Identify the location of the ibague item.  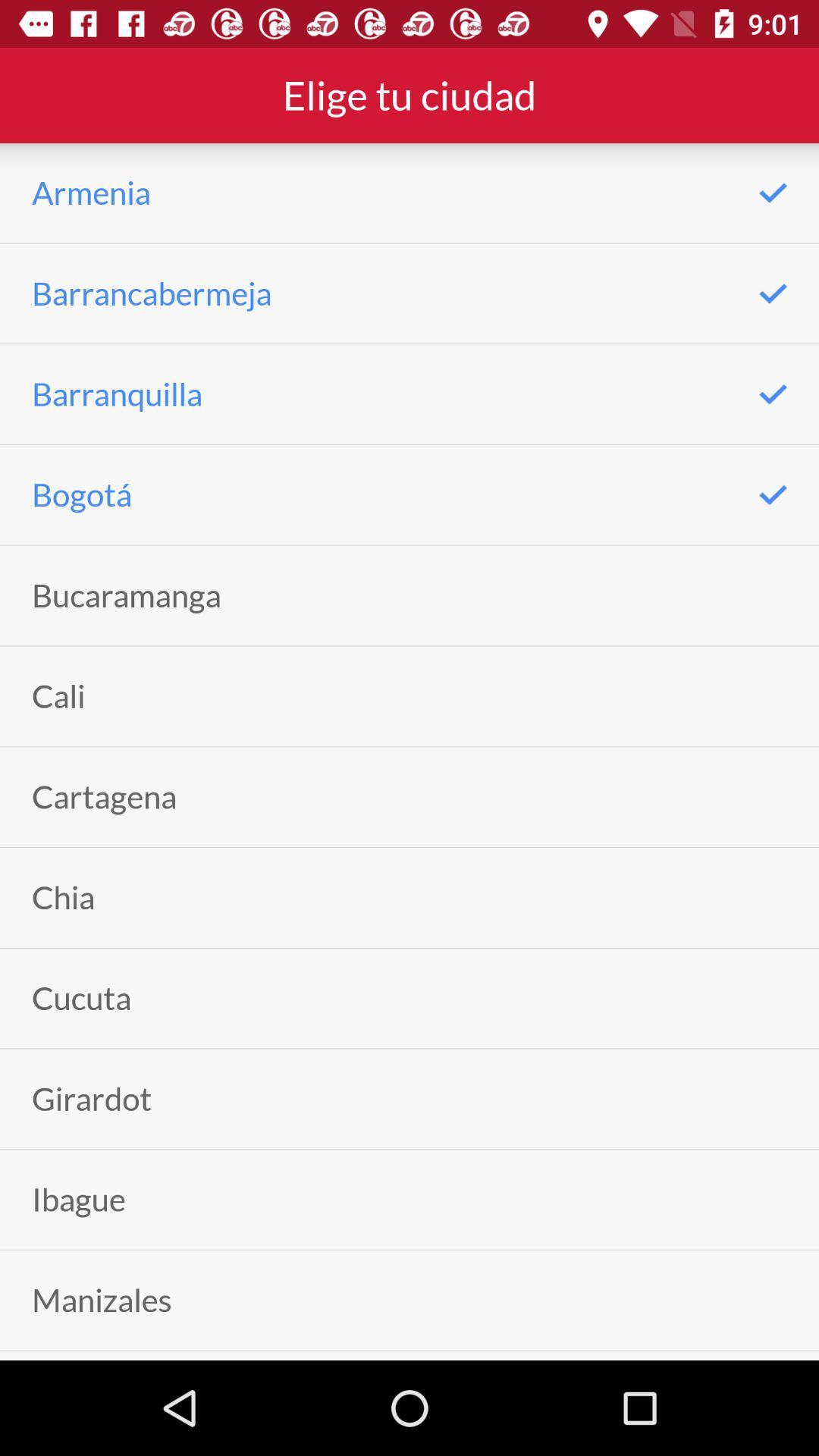
(78, 1199).